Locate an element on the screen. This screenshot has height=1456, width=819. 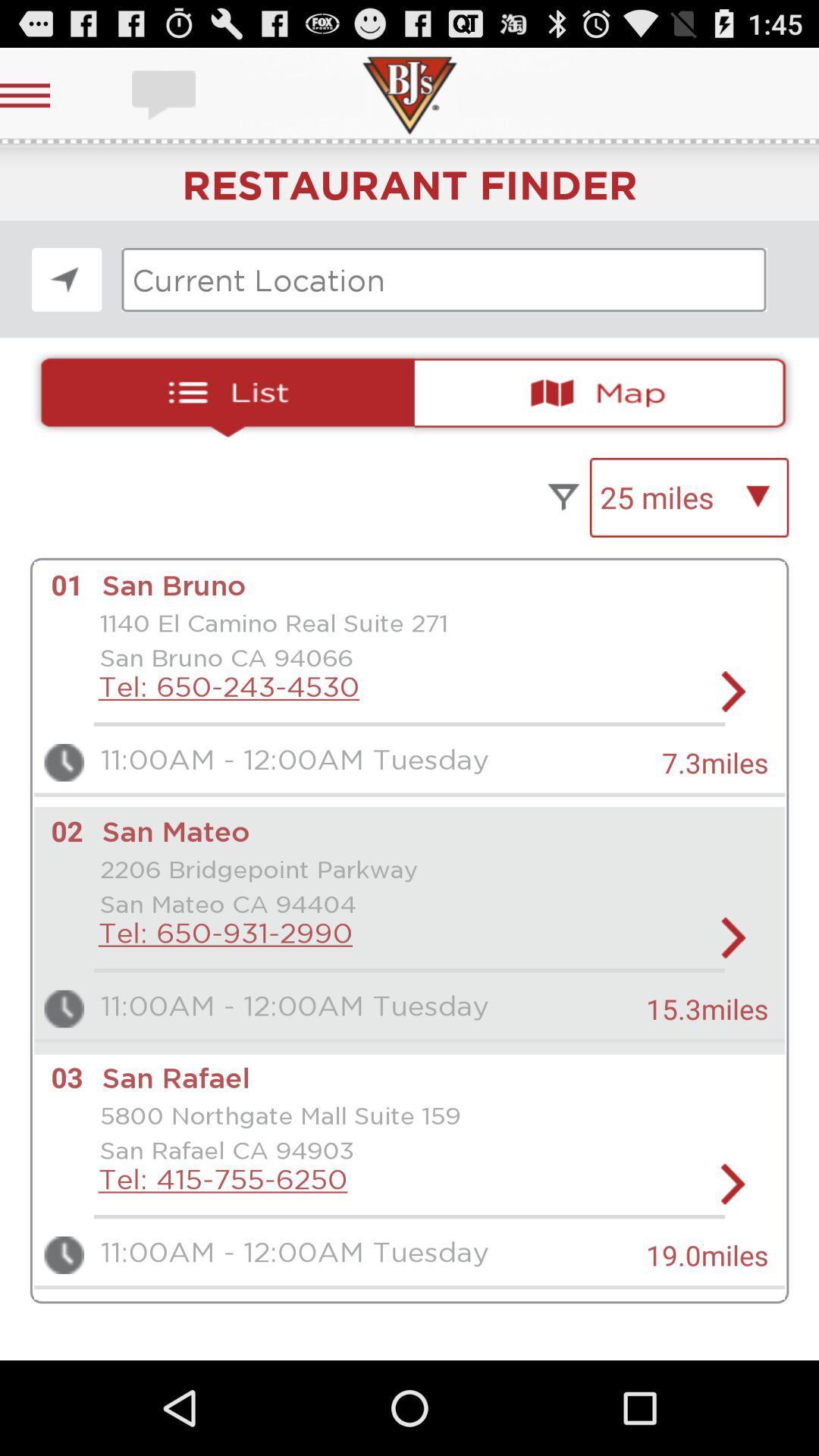
the navigation icon is located at coordinates (66, 299).